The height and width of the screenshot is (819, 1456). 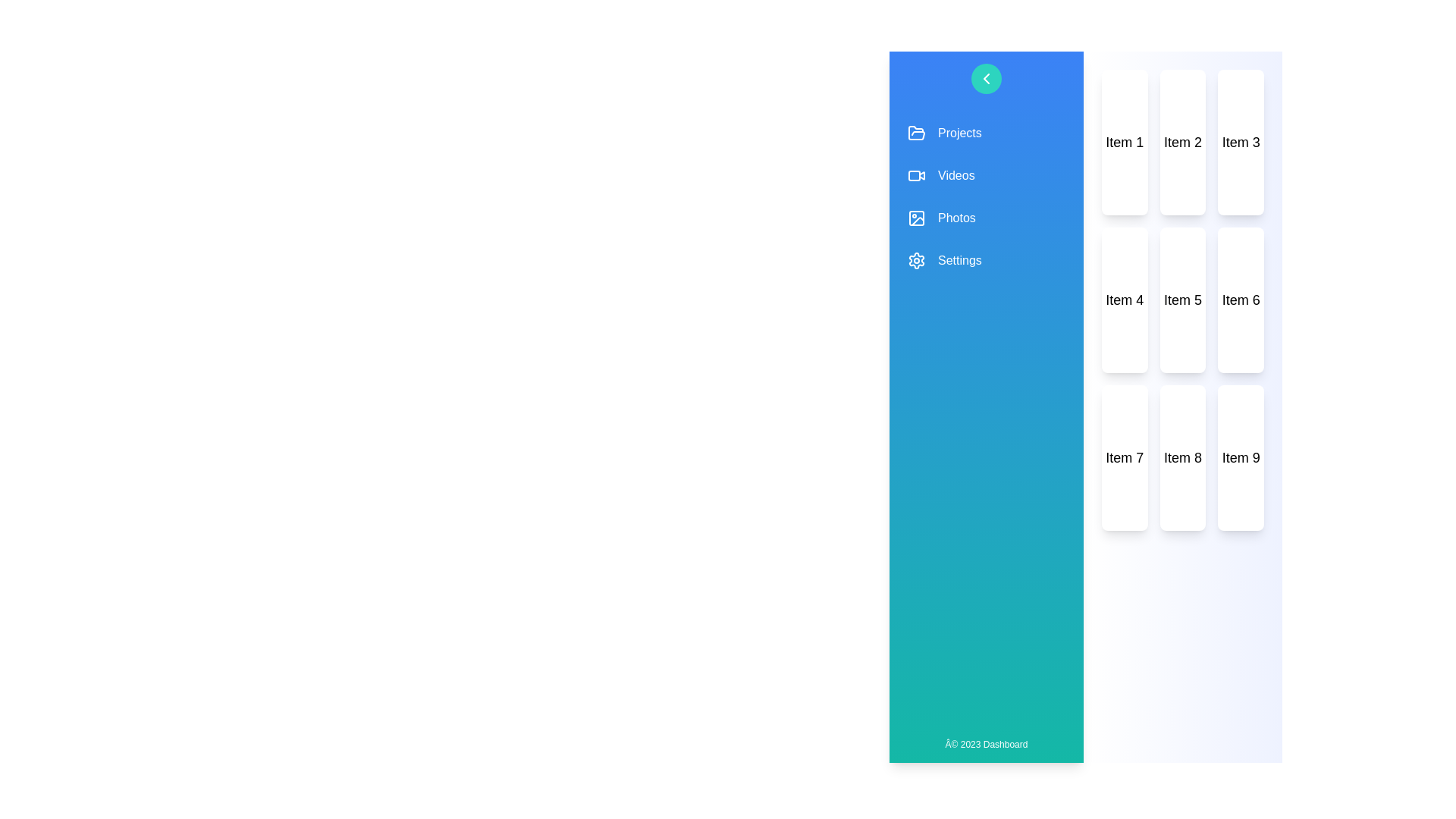 I want to click on the sidebar menu item labeled Settings, so click(x=986, y=259).